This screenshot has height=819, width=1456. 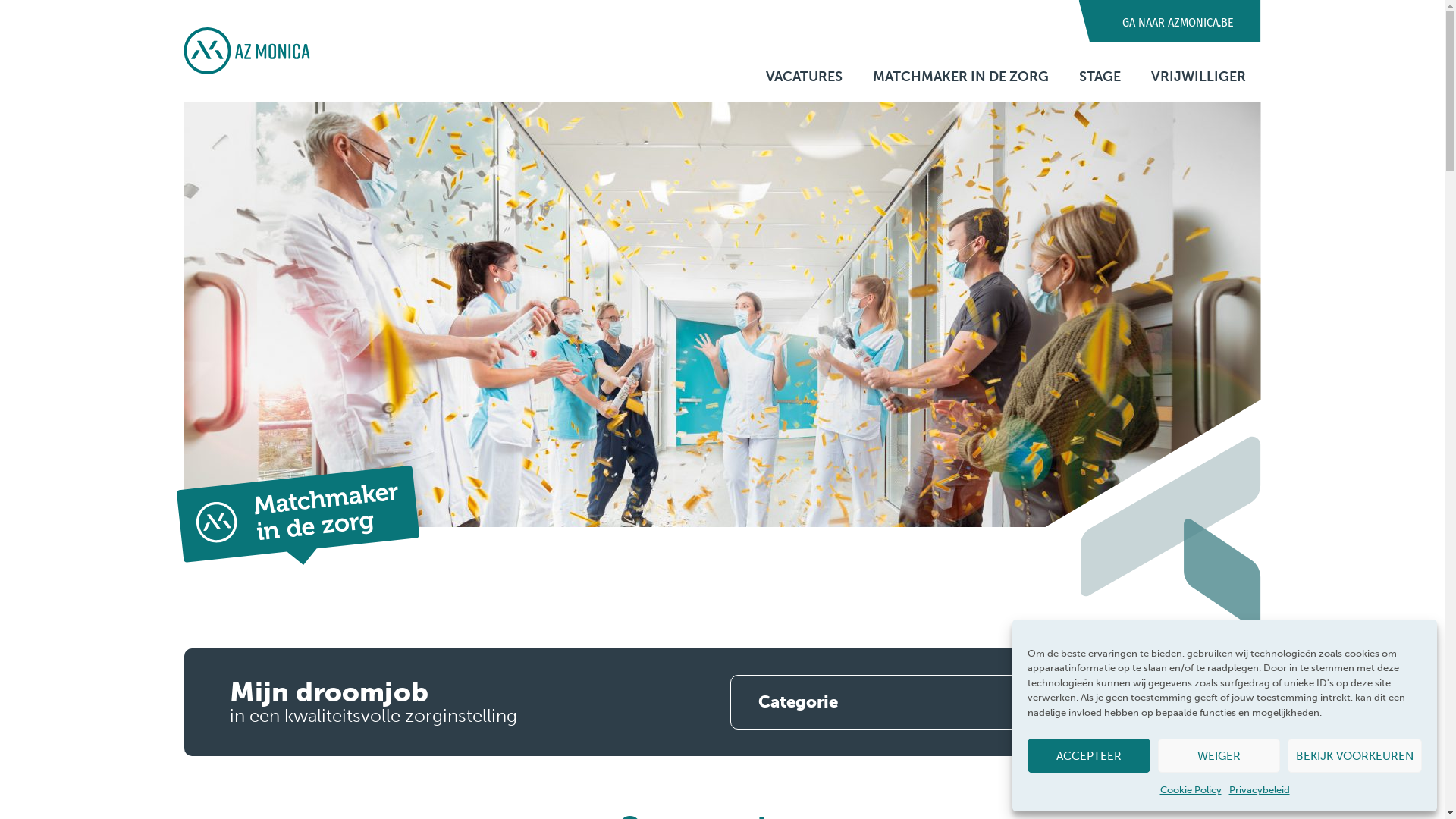 I want to click on 'Cookie Policy', so click(x=1190, y=789).